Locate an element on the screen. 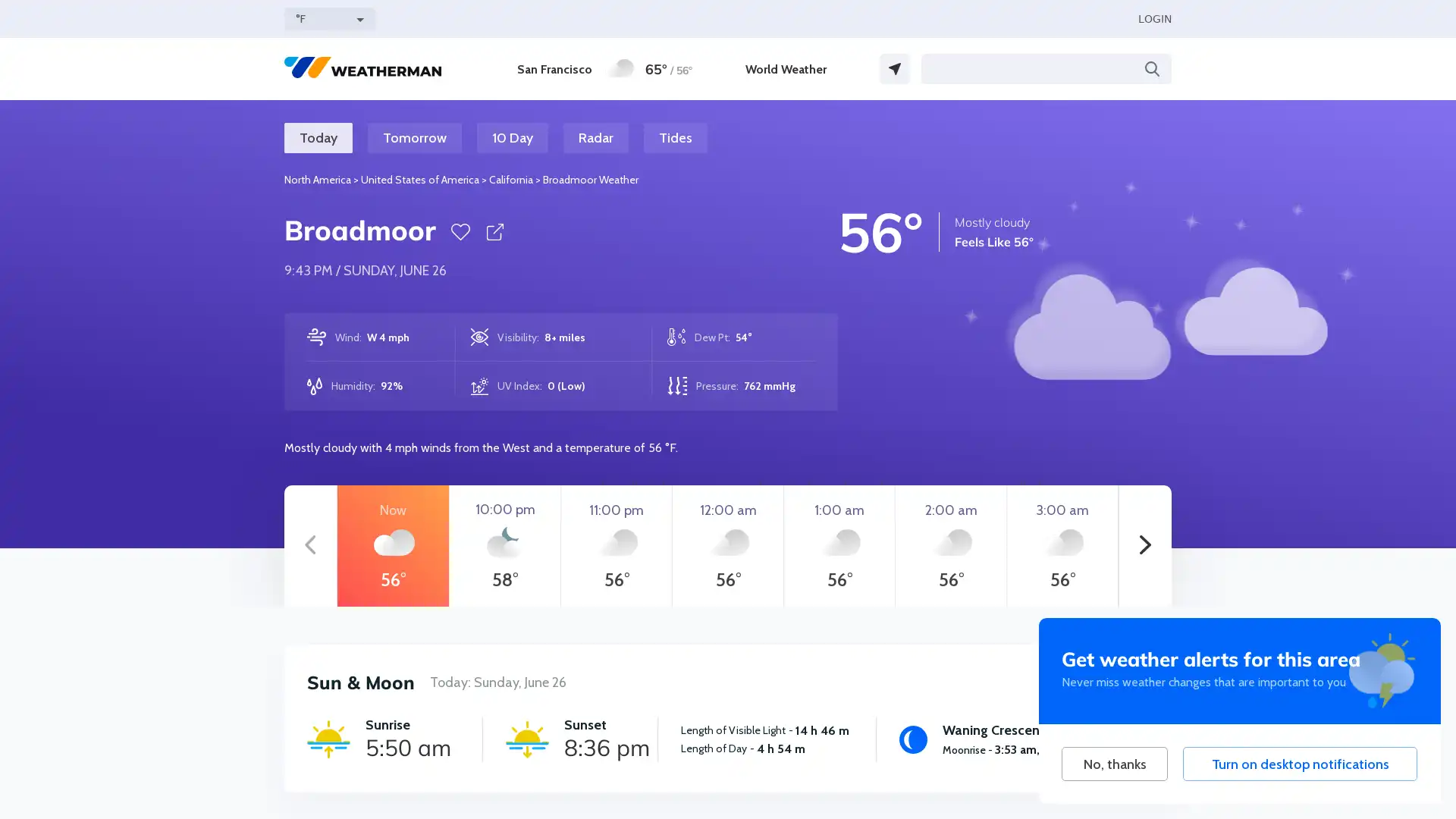 The width and height of the screenshot is (1456, 819). Share is located at coordinates (494, 231).